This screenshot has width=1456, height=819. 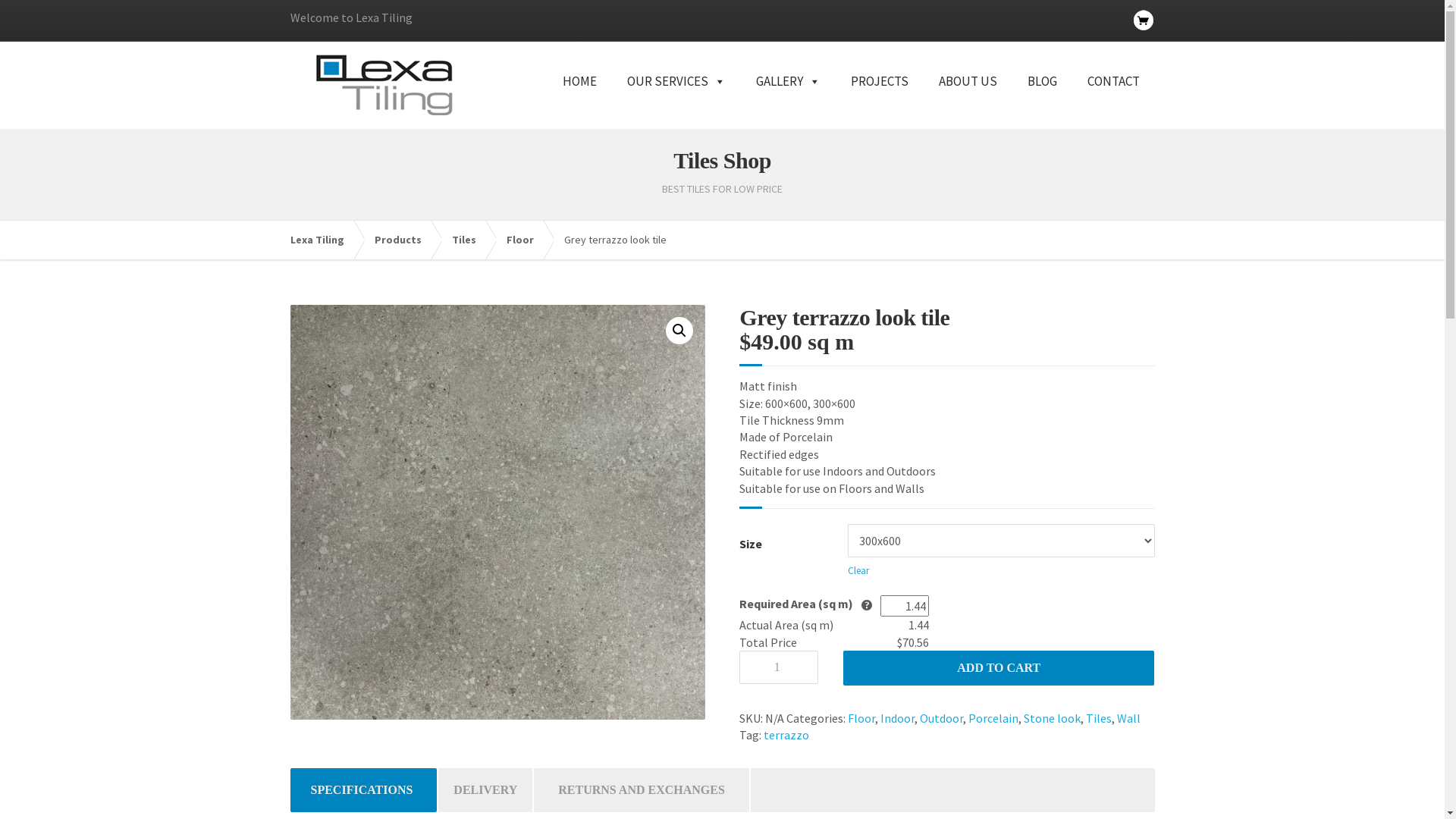 I want to click on 'ADD TO CART', so click(x=998, y=667).